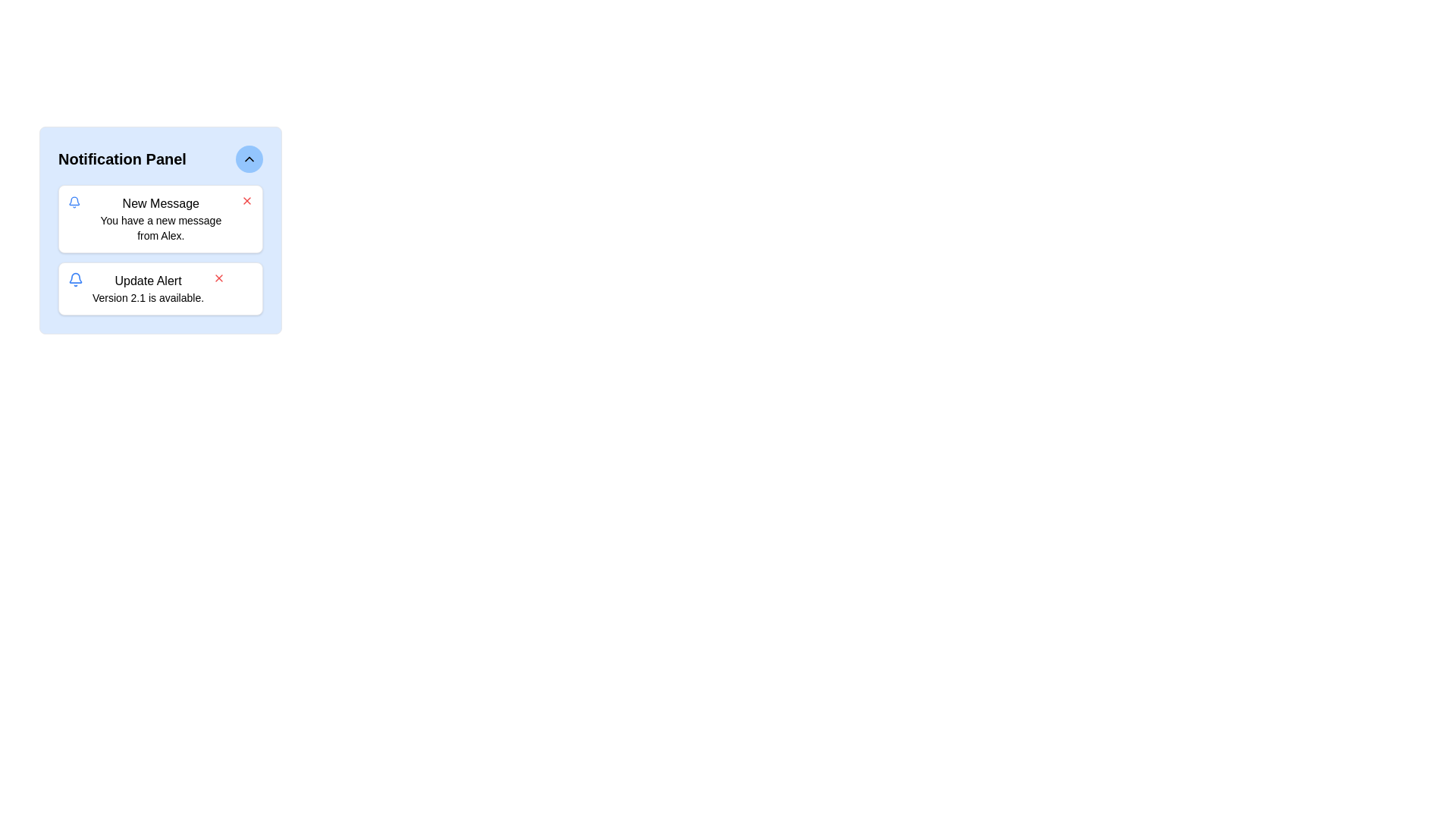 Image resolution: width=1456 pixels, height=819 pixels. I want to click on the 'Update Alert' text label that displays 'Version 2.1 is available.' located below the 'New Message' notification in the notification panel, so click(148, 289).